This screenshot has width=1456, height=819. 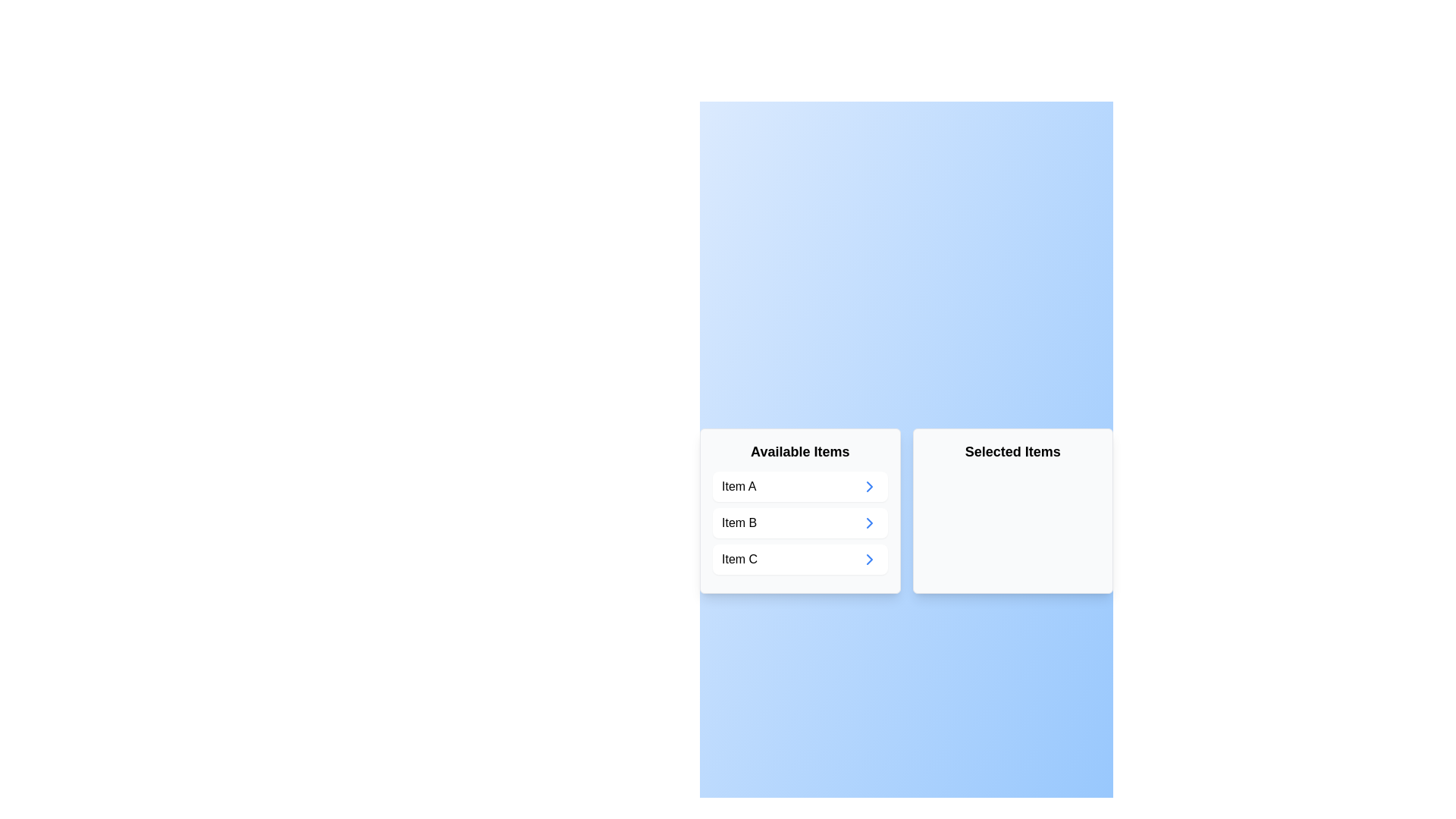 What do you see at coordinates (869, 486) in the screenshot?
I see `arrow button associated with Item A to transfer it from 'Available Items' to 'Selected Items'` at bounding box center [869, 486].